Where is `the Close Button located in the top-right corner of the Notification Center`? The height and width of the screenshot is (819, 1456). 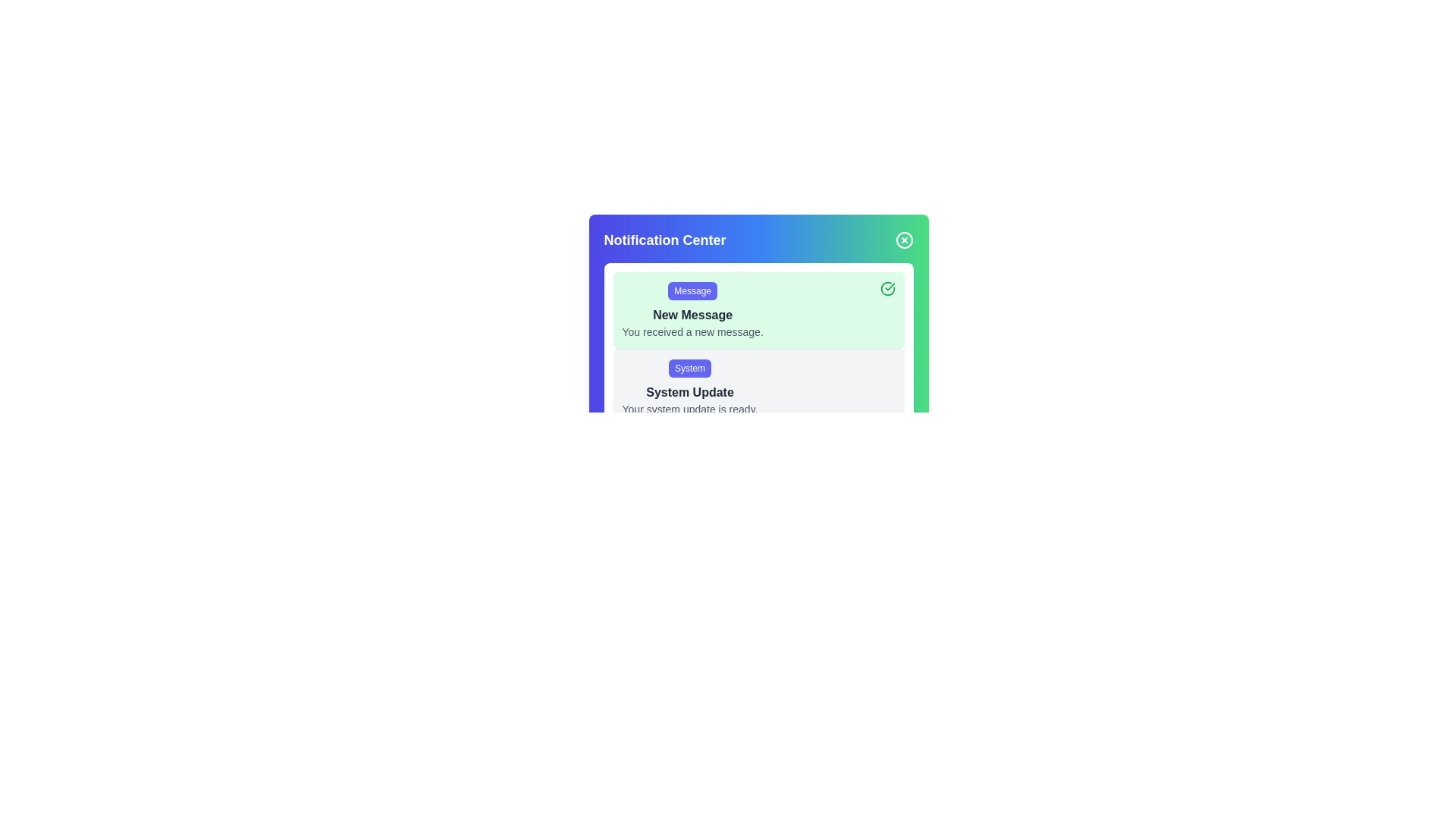
the Close Button located in the top-right corner of the Notification Center is located at coordinates (904, 239).